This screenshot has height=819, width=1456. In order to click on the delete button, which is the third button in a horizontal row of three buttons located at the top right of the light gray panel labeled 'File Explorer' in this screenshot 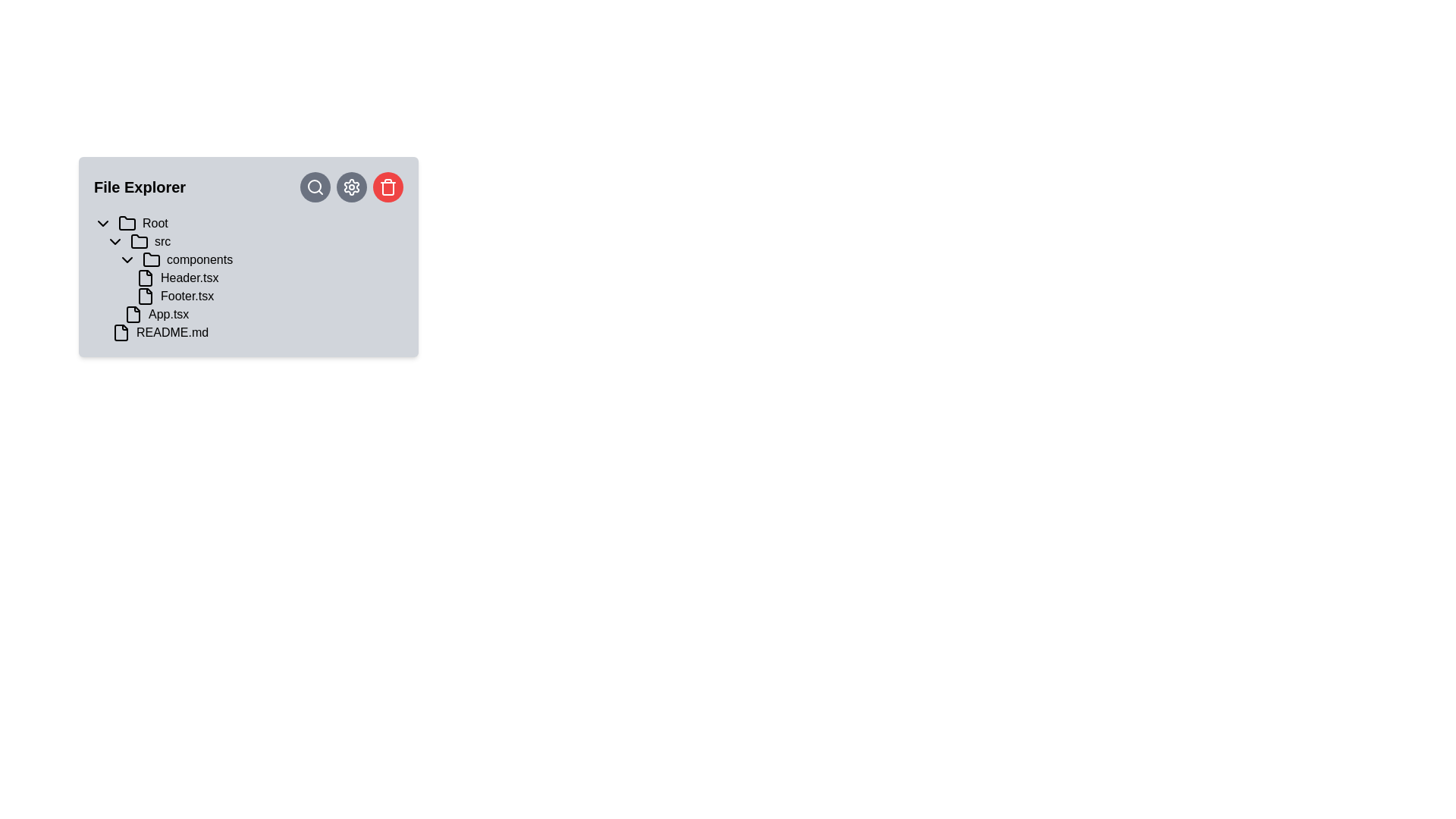, I will do `click(388, 186)`.